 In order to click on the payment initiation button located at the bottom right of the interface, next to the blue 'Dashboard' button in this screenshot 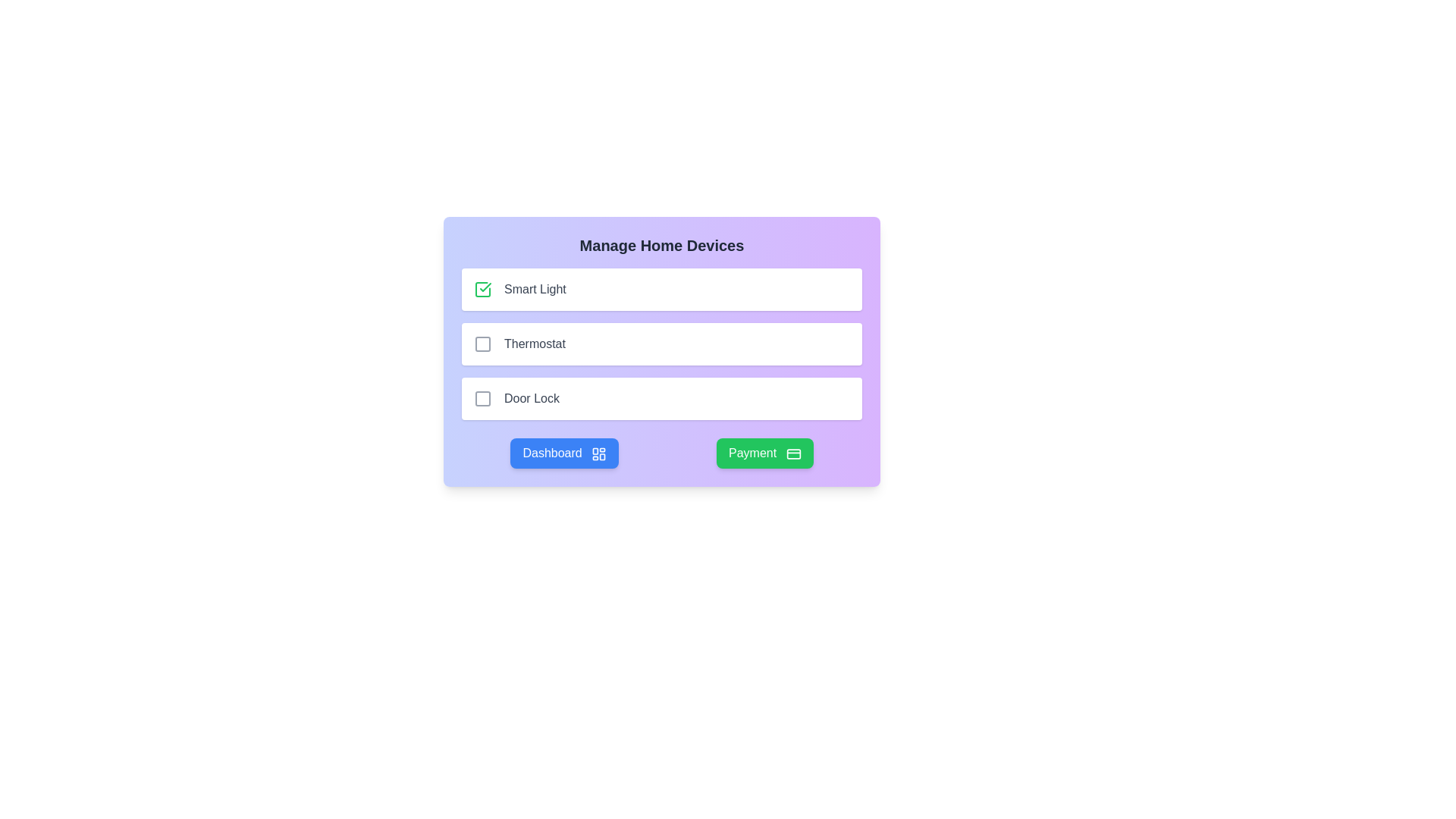, I will do `click(764, 452)`.